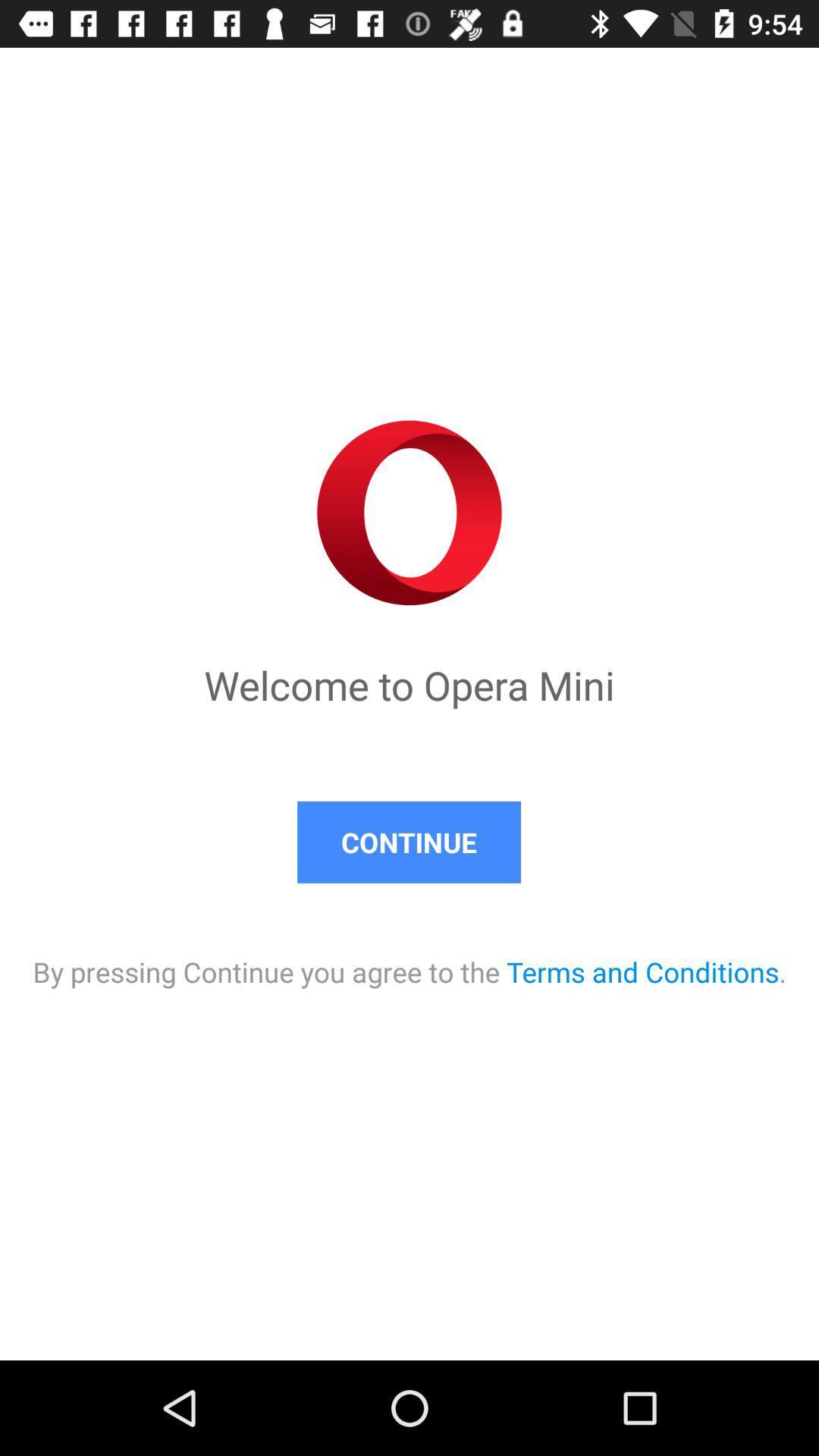 This screenshot has height=1456, width=819. I want to click on the by pressing continue icon, so click(409, 955).